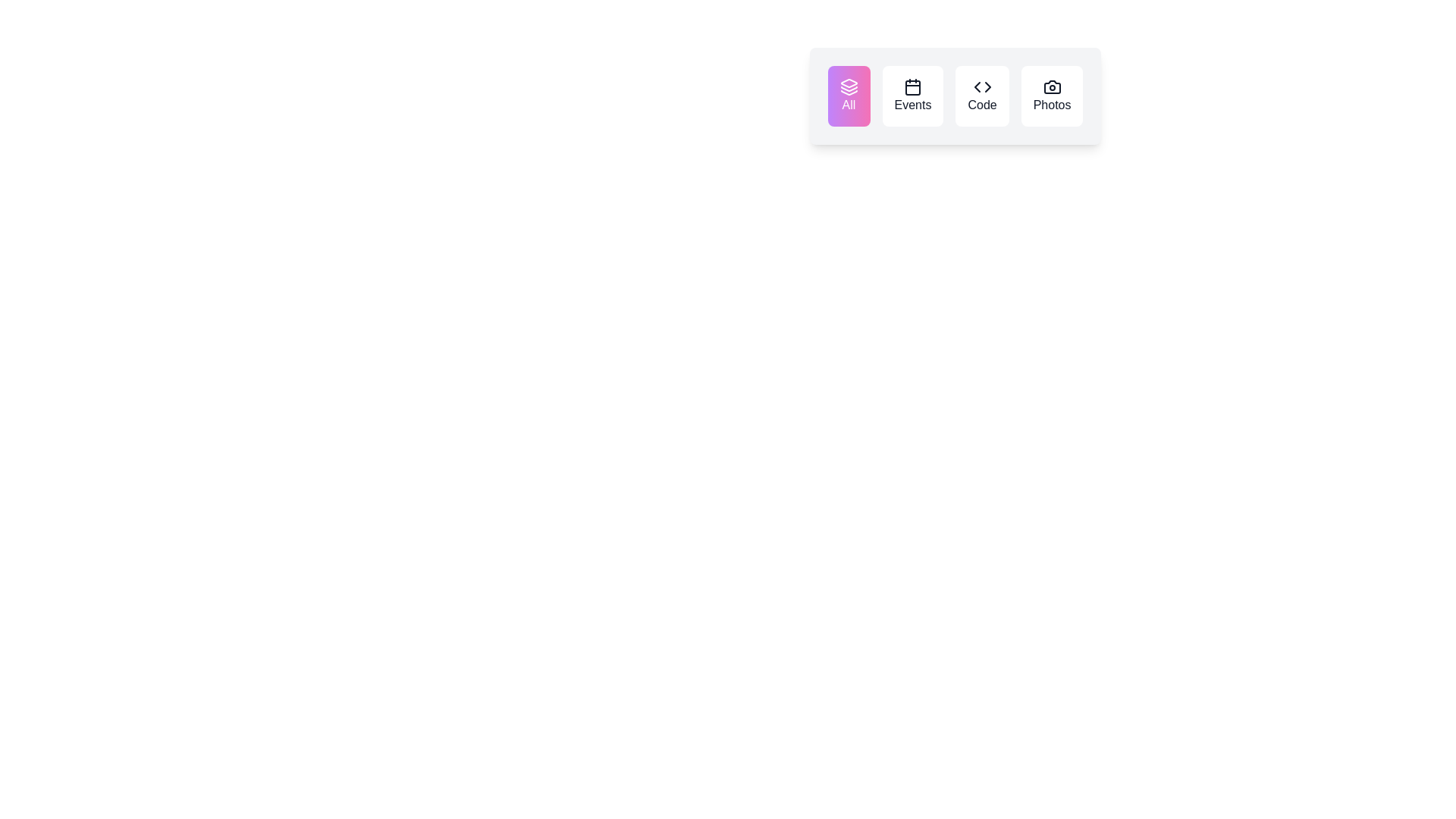 Image resolution: width=1456 pixels, height=819 pixels. I want to click on the 'Events' text label which is styled in bold font and positioned below a calendar icon within an interactive button, so click(912, 104).